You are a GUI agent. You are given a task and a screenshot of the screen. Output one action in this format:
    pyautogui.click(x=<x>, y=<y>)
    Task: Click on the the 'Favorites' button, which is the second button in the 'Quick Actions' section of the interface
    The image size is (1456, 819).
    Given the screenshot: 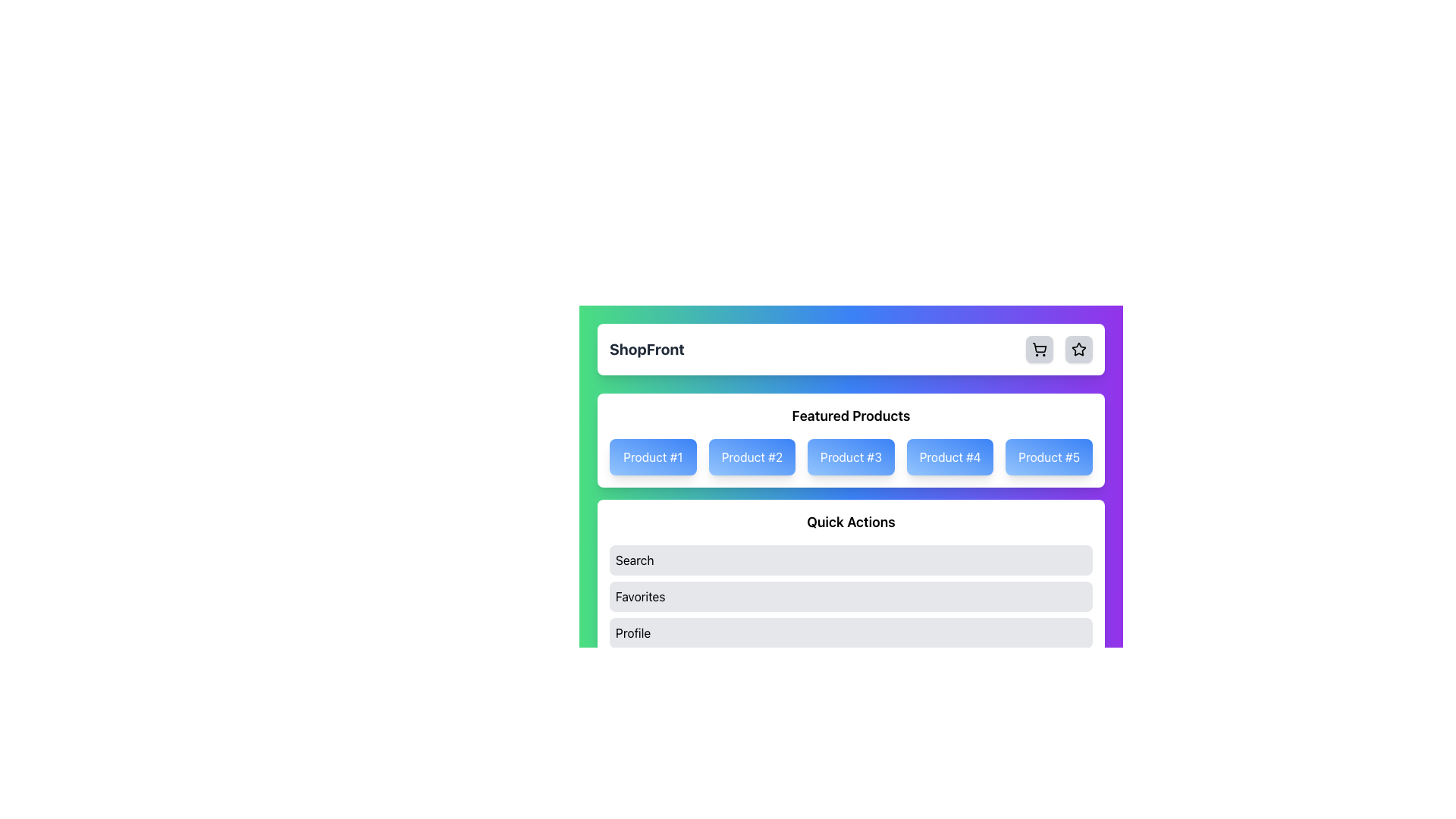 What is the action you would take?
    pyautogui.click(x=851, y=595)
    